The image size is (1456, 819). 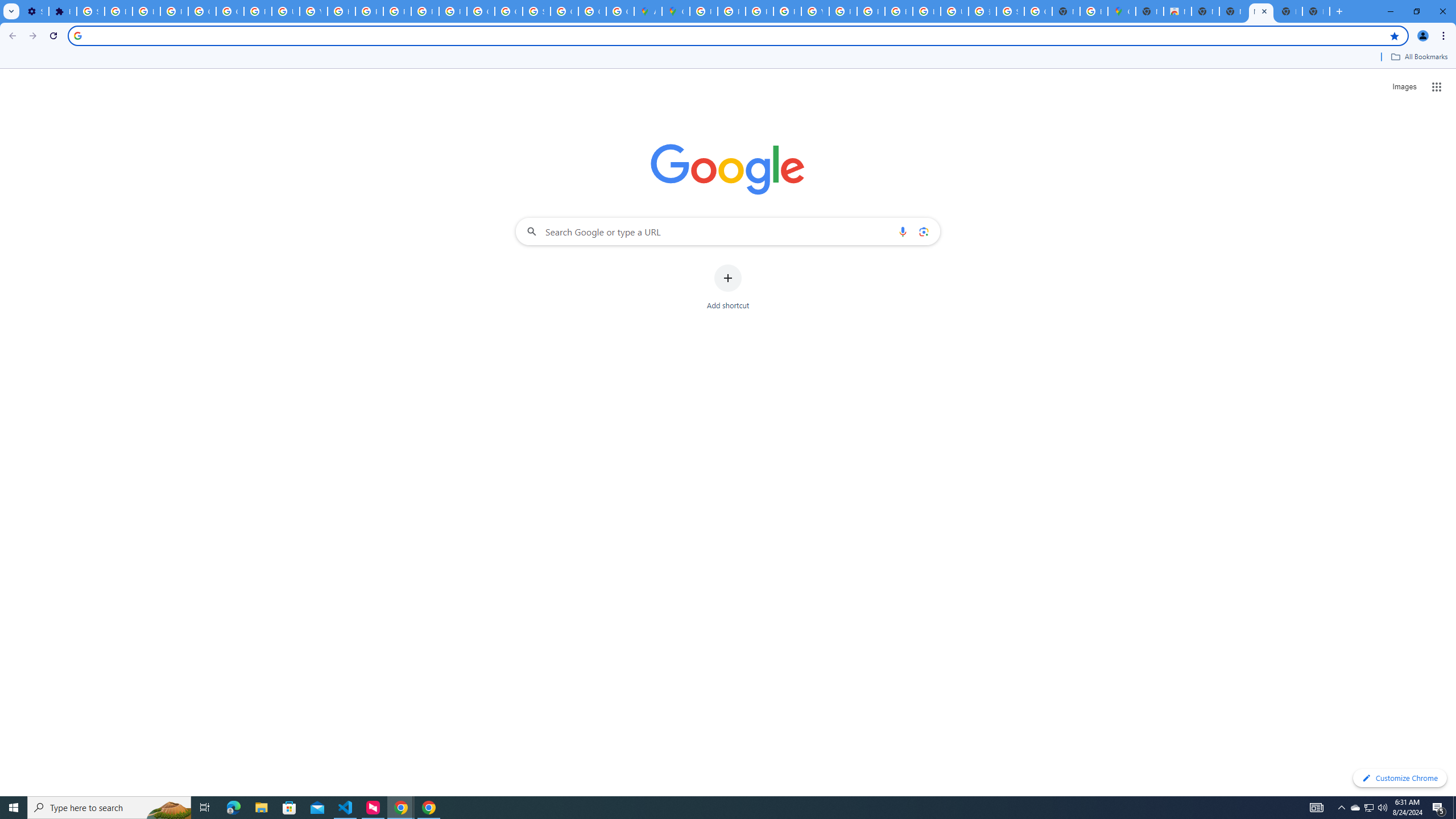 I want to click on 'Google Maps', so click(x=675, y=11).